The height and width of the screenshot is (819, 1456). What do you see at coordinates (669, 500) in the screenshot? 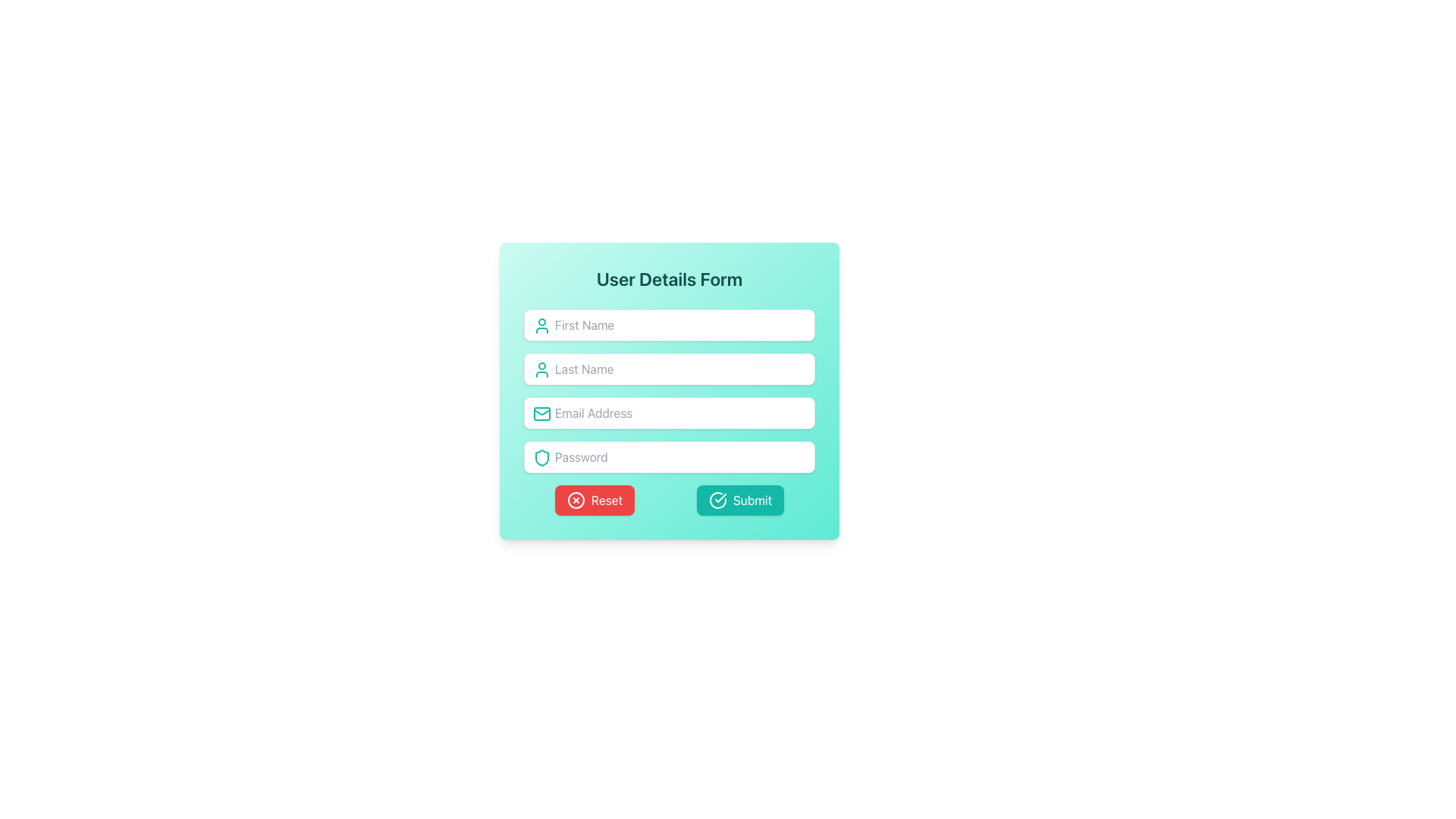
I see `the teal 'Submit' button located at the bottom of the user form interface` at bounding box center [669, 500].